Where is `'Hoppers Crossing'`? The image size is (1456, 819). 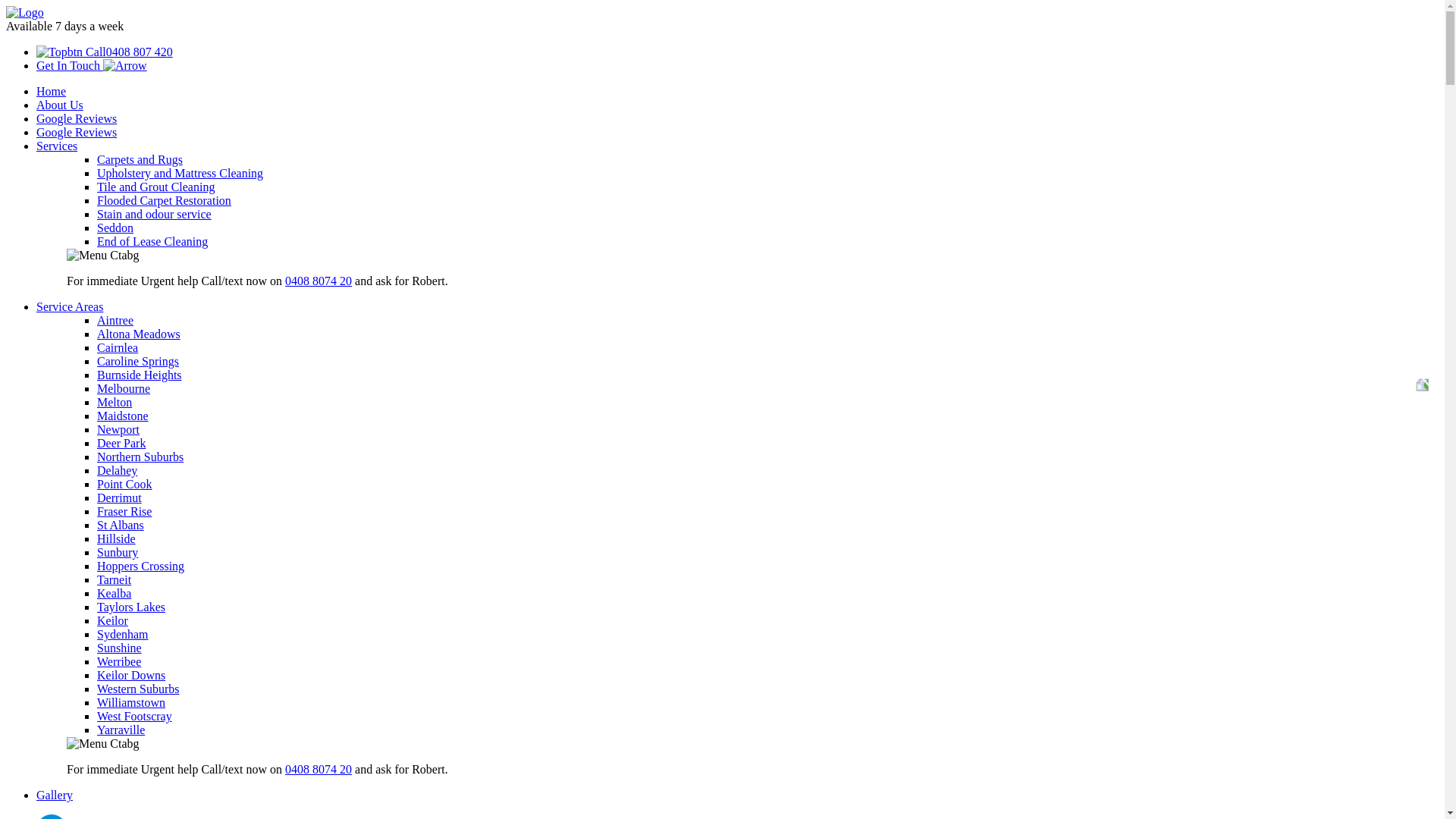 'Hoppers Crossing' is located at coordinates (140, 566).